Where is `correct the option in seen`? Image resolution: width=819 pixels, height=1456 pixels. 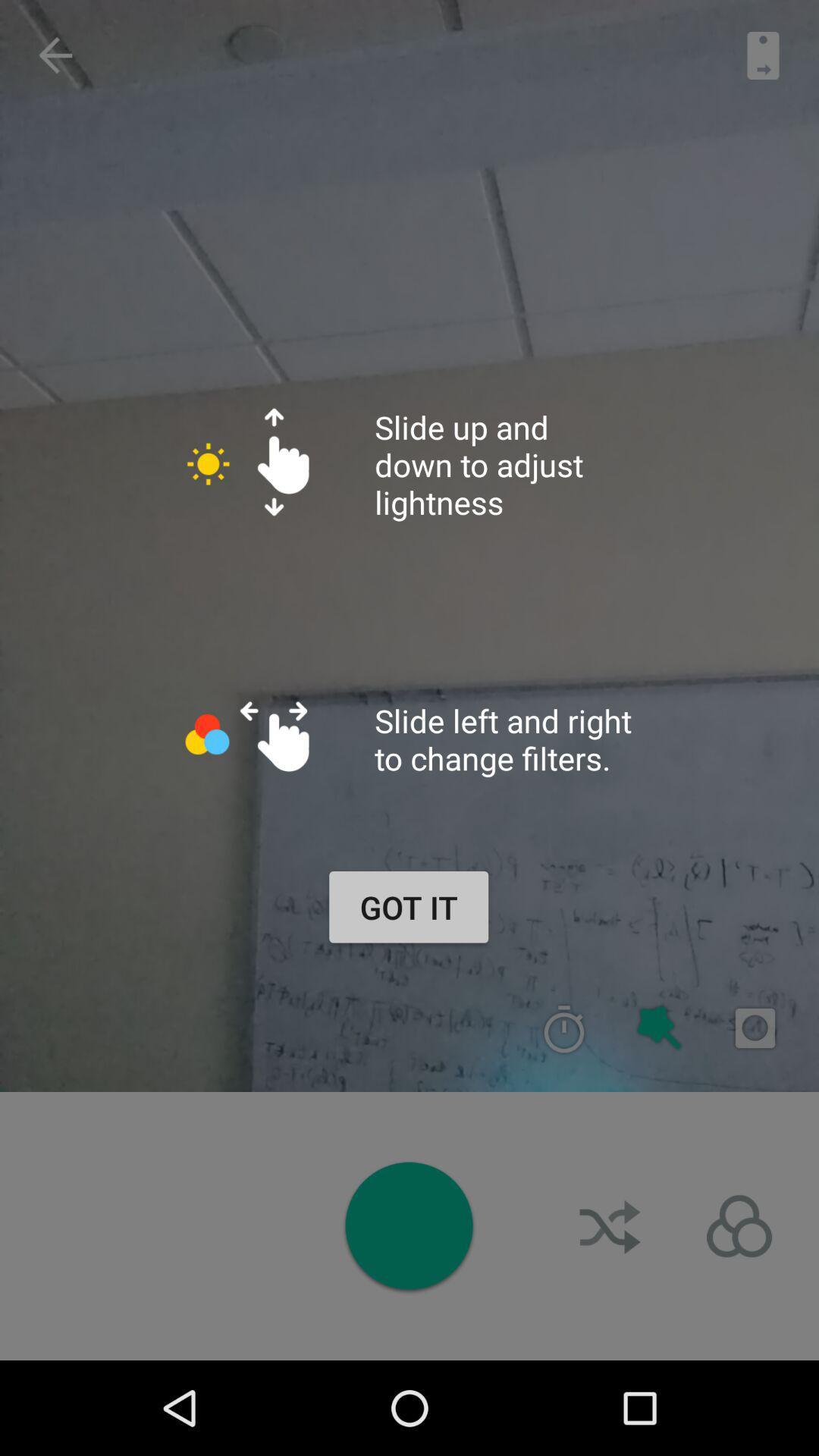 correct the option in seen is located at coordinates (564, 1028).